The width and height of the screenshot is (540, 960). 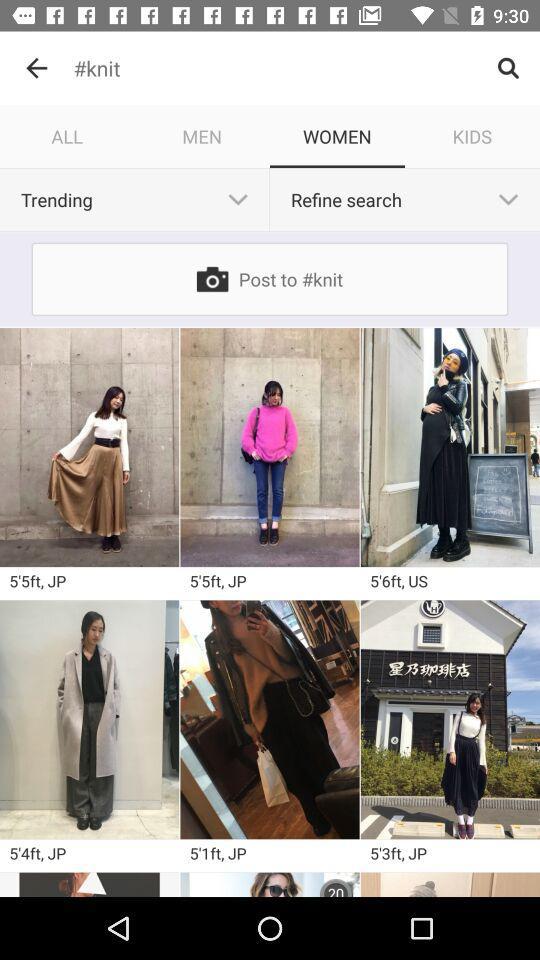 What do you see at coordinates (88, 883) in the screenshot?
I see `loads a person 's profile` at bounding box center [88, 883].